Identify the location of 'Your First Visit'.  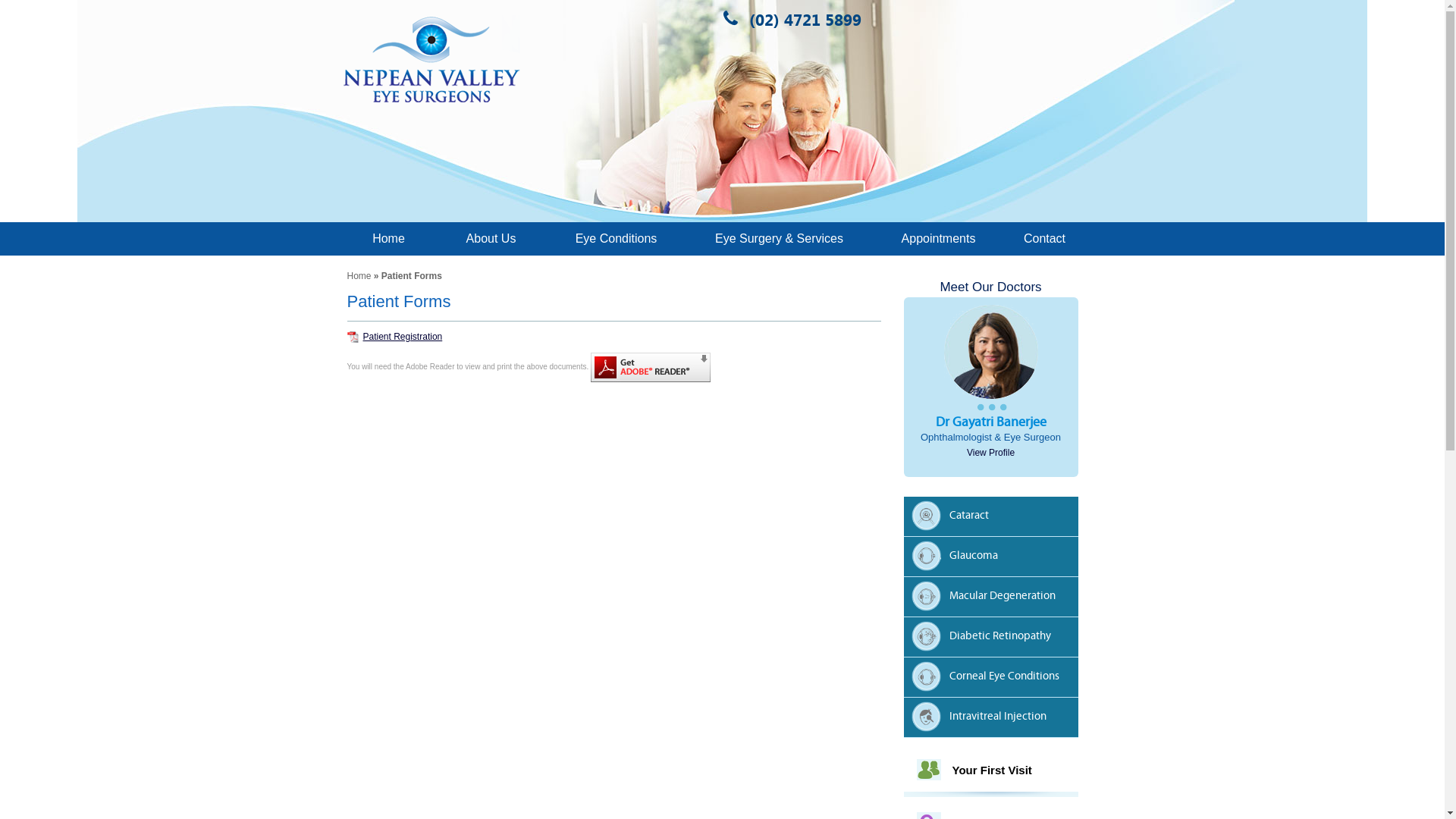
(992, 770).